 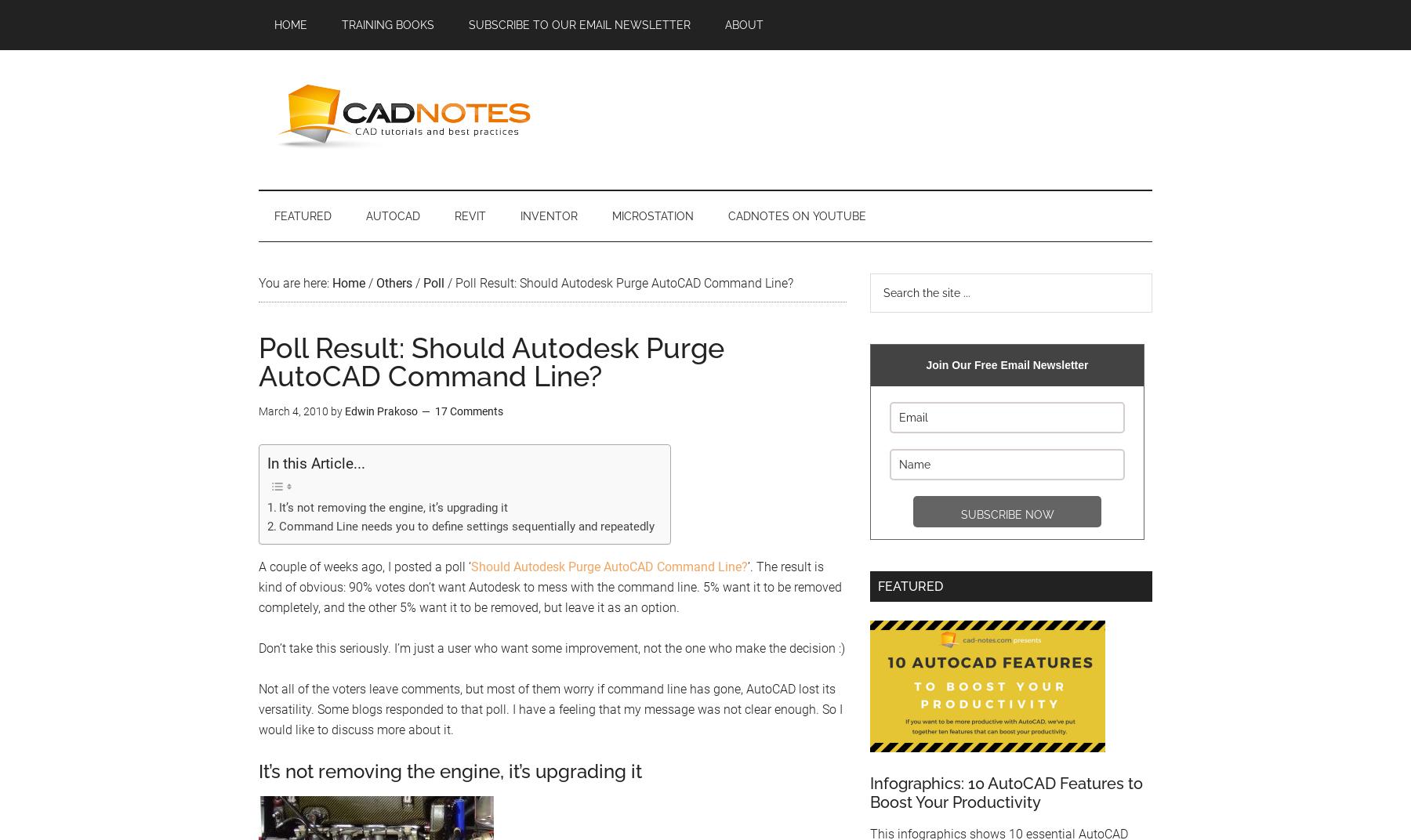 I want to click on 'Subscribe to Our Email Newsletter', so click(x=579, y=24).